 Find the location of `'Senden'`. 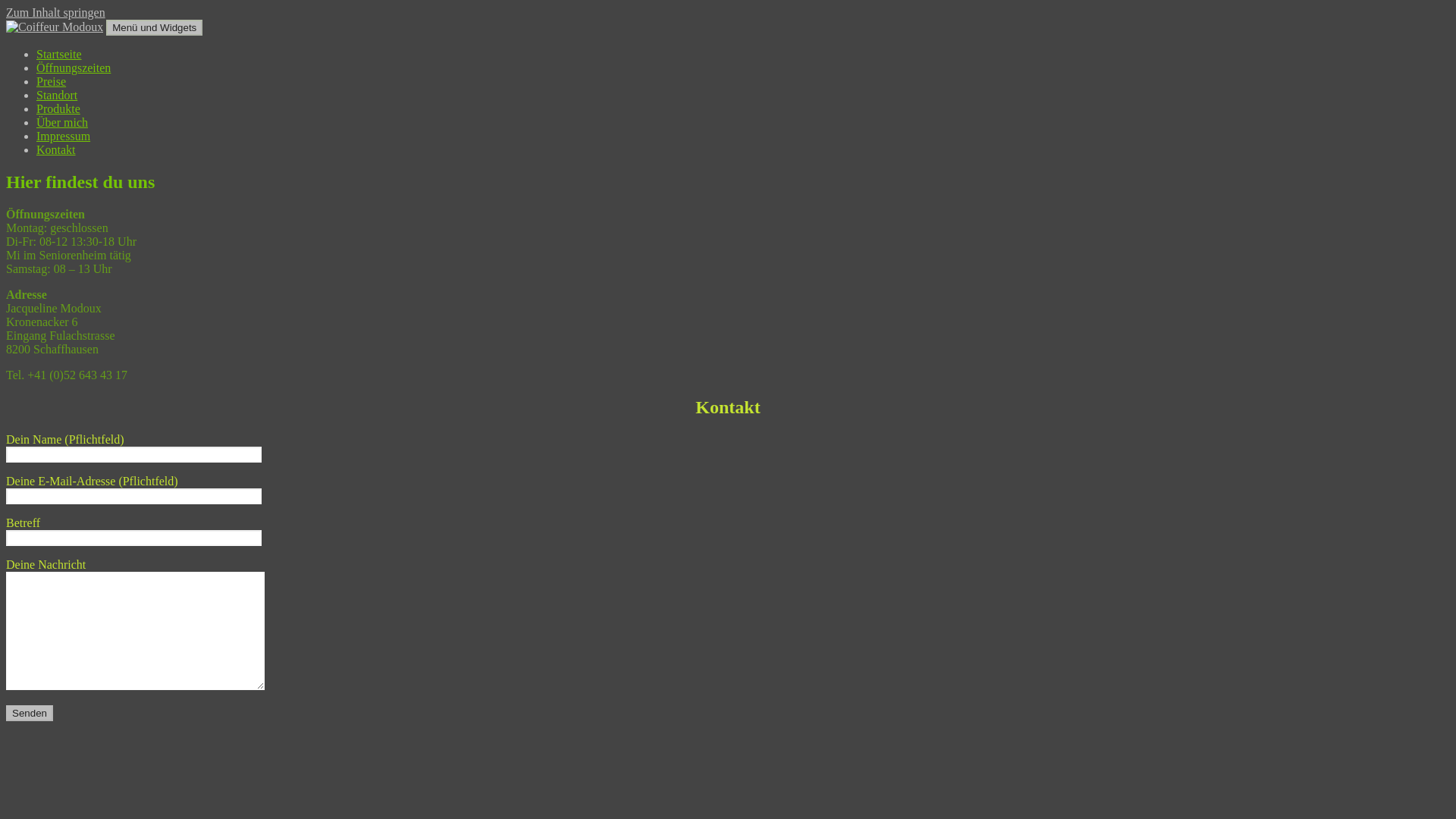

'Senden' is located at coordinates (29, 713).